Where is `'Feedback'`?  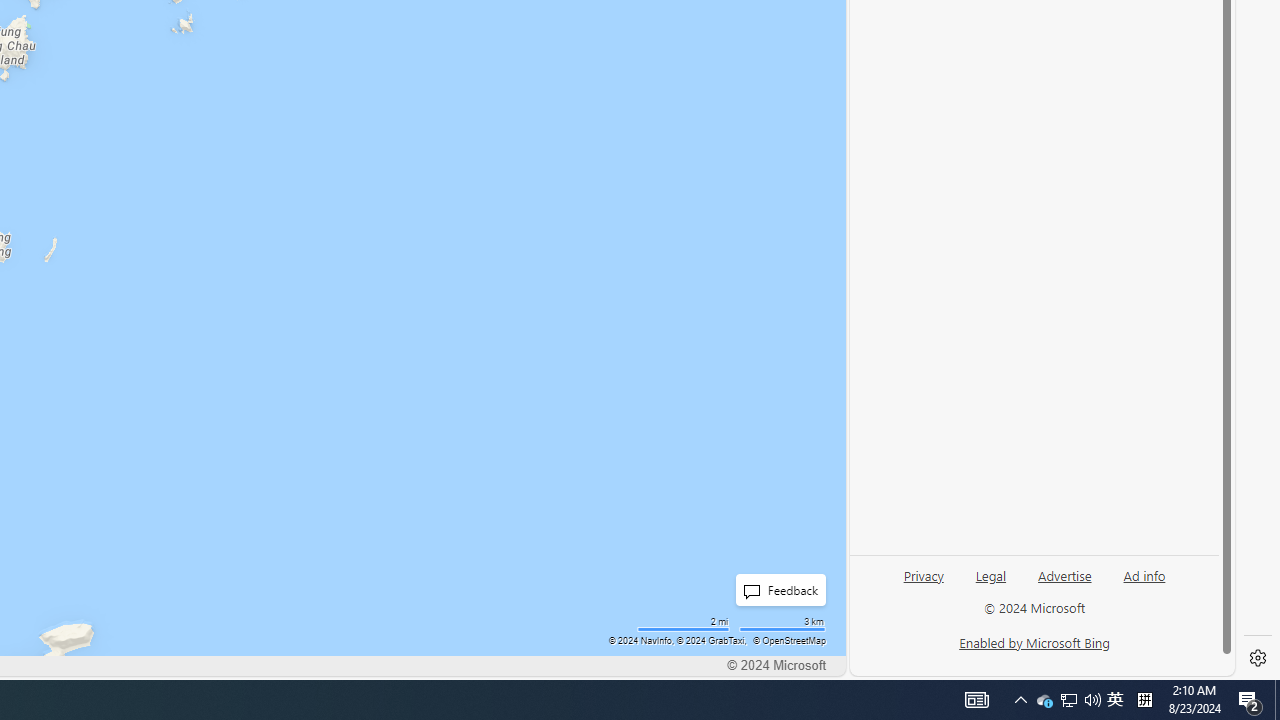
'Feedback' is located at coordinates (779, 589).